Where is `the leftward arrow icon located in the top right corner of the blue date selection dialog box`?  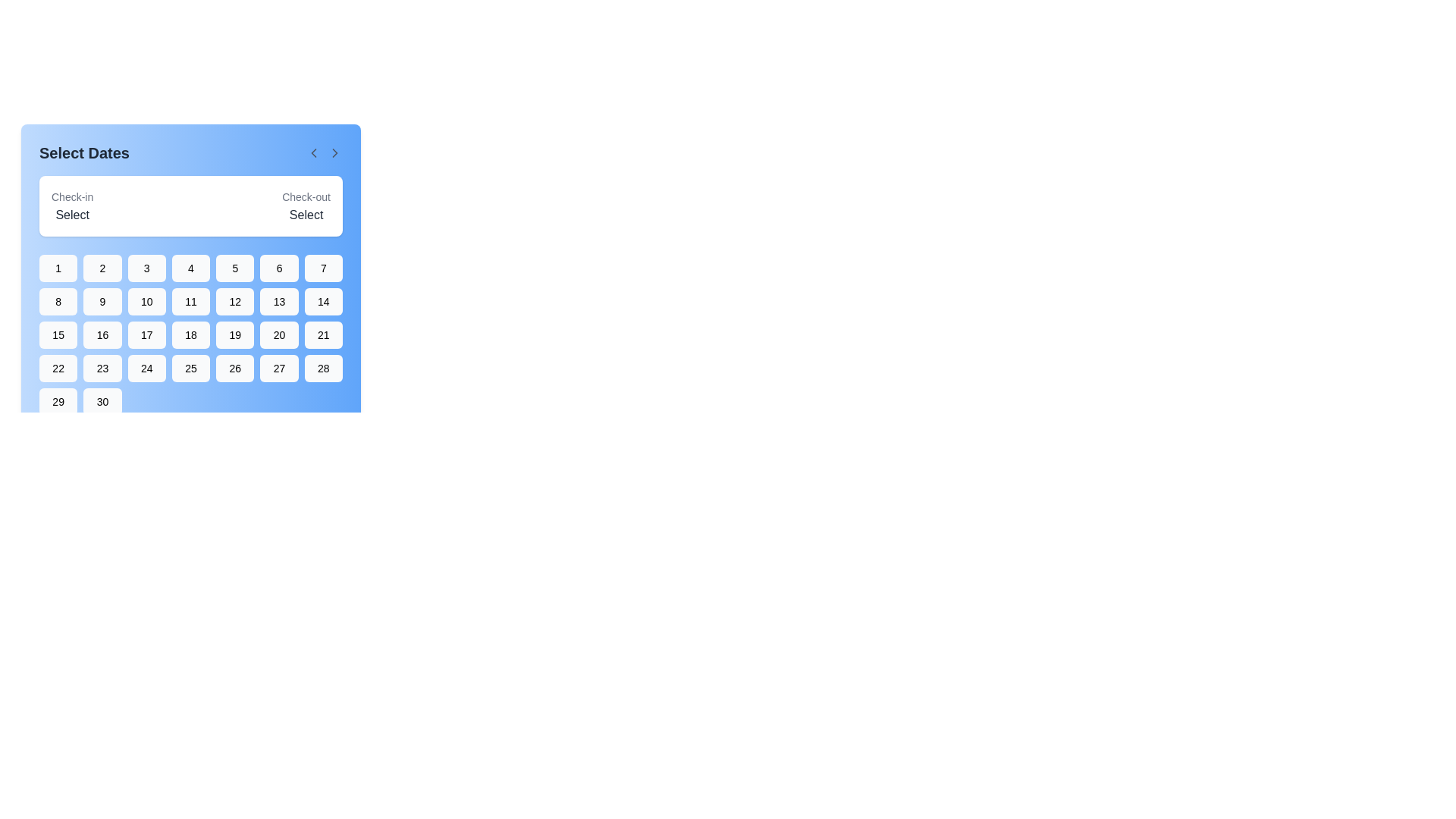
the leftward arrow icon located in the top right corner of the blue date selection dialog box is located at coordinates (312, 152).